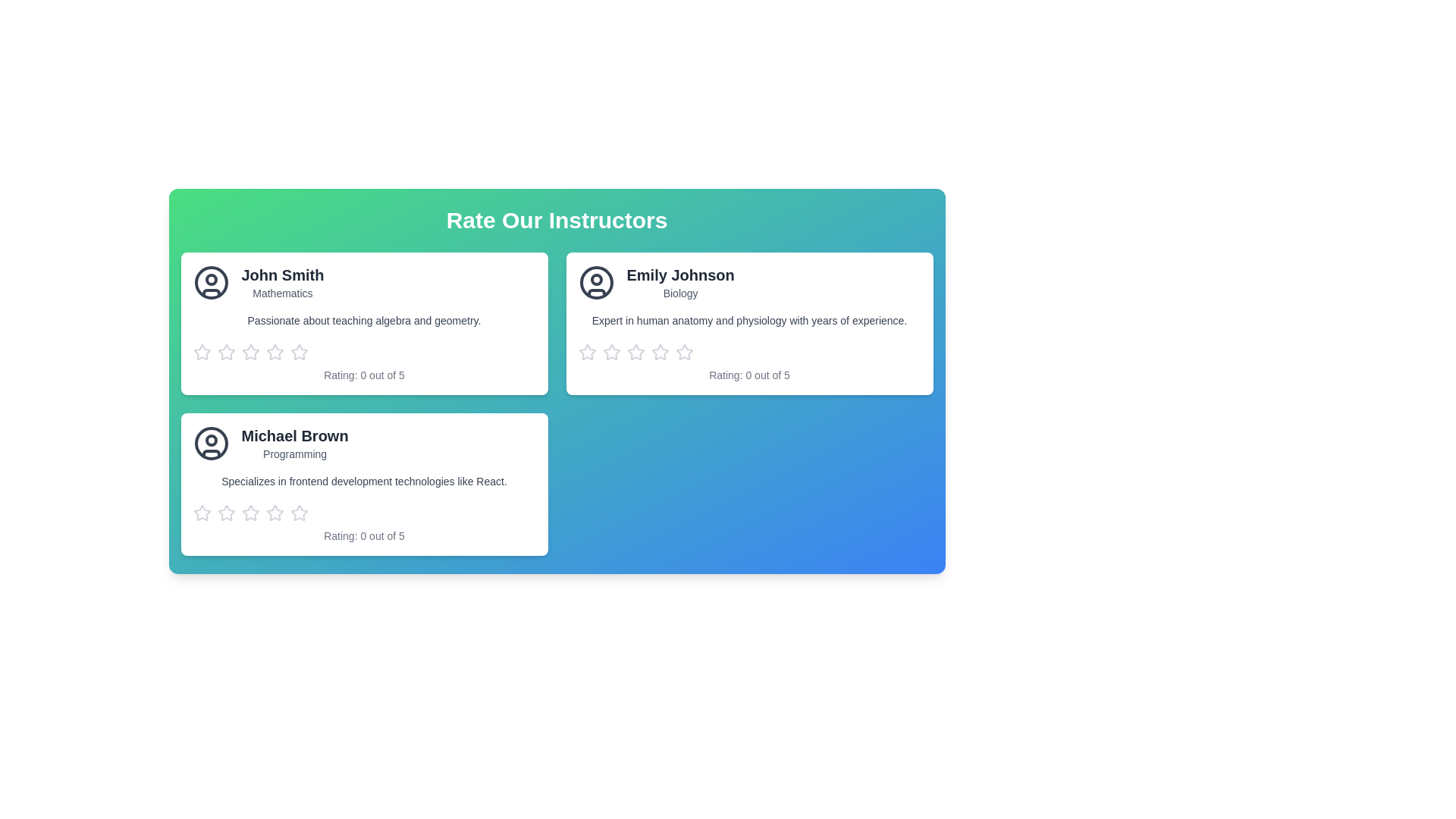  Describe the element at coordinates (294, 435) in the screenshot. I see `the Text label that displays the instructor's name, located at the top of the second instructor profile card in a 2x2 grid layout, directly above the text 'Programming'` at that location.